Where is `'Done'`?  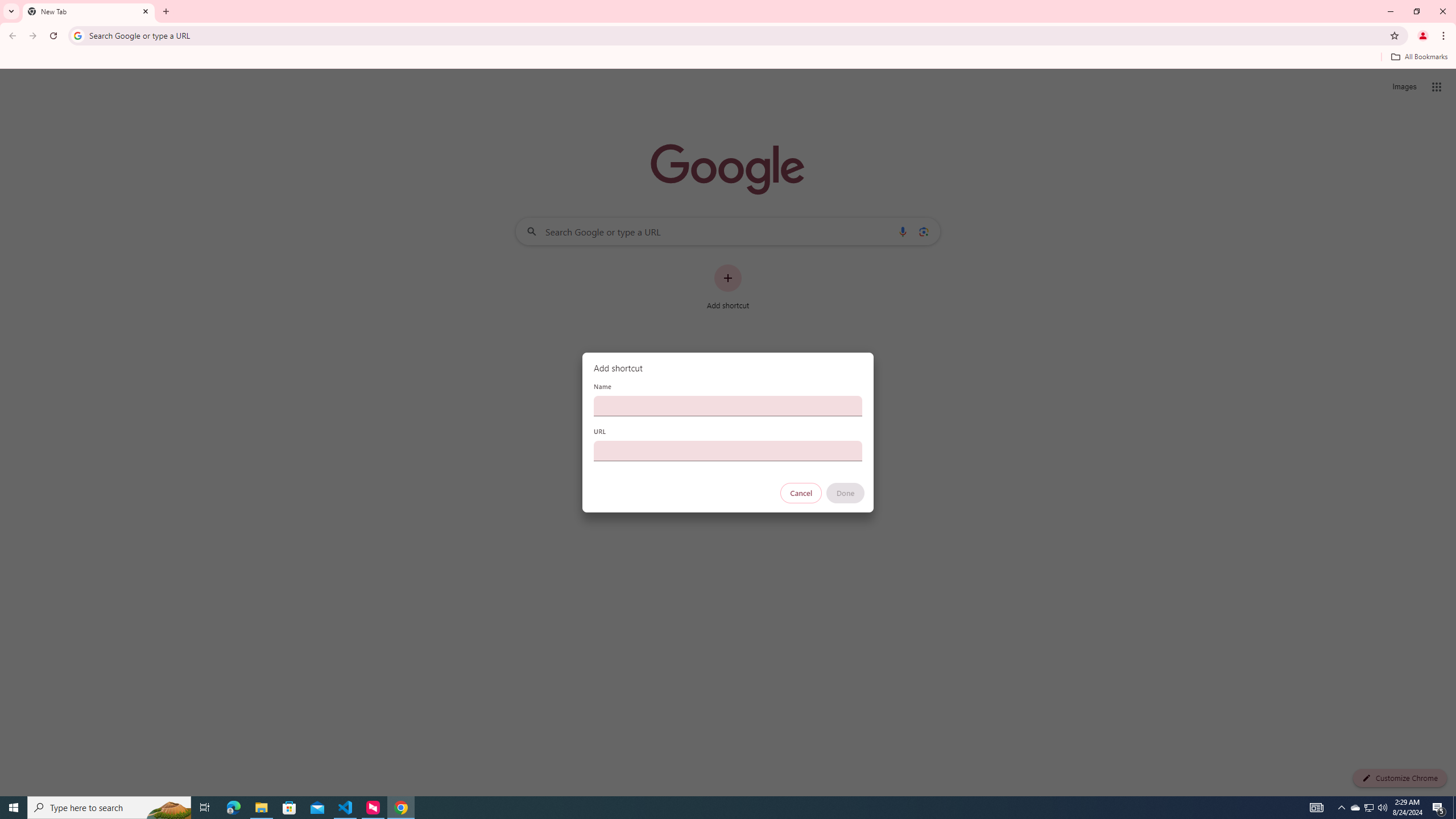
'Done' is located at coordinates (846, 493).